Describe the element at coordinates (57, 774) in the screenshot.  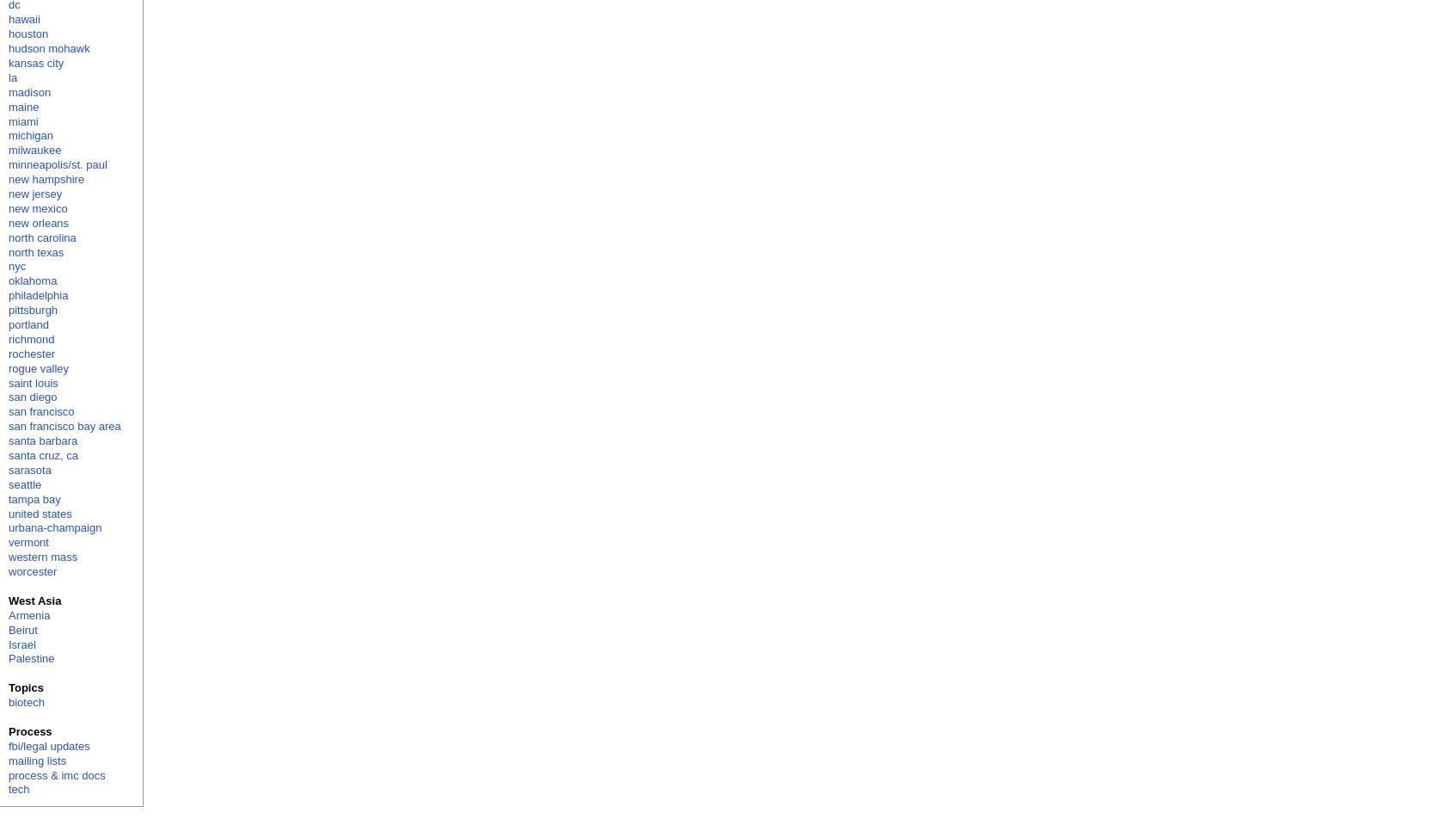
I see `'process & imc docs'` at that location.